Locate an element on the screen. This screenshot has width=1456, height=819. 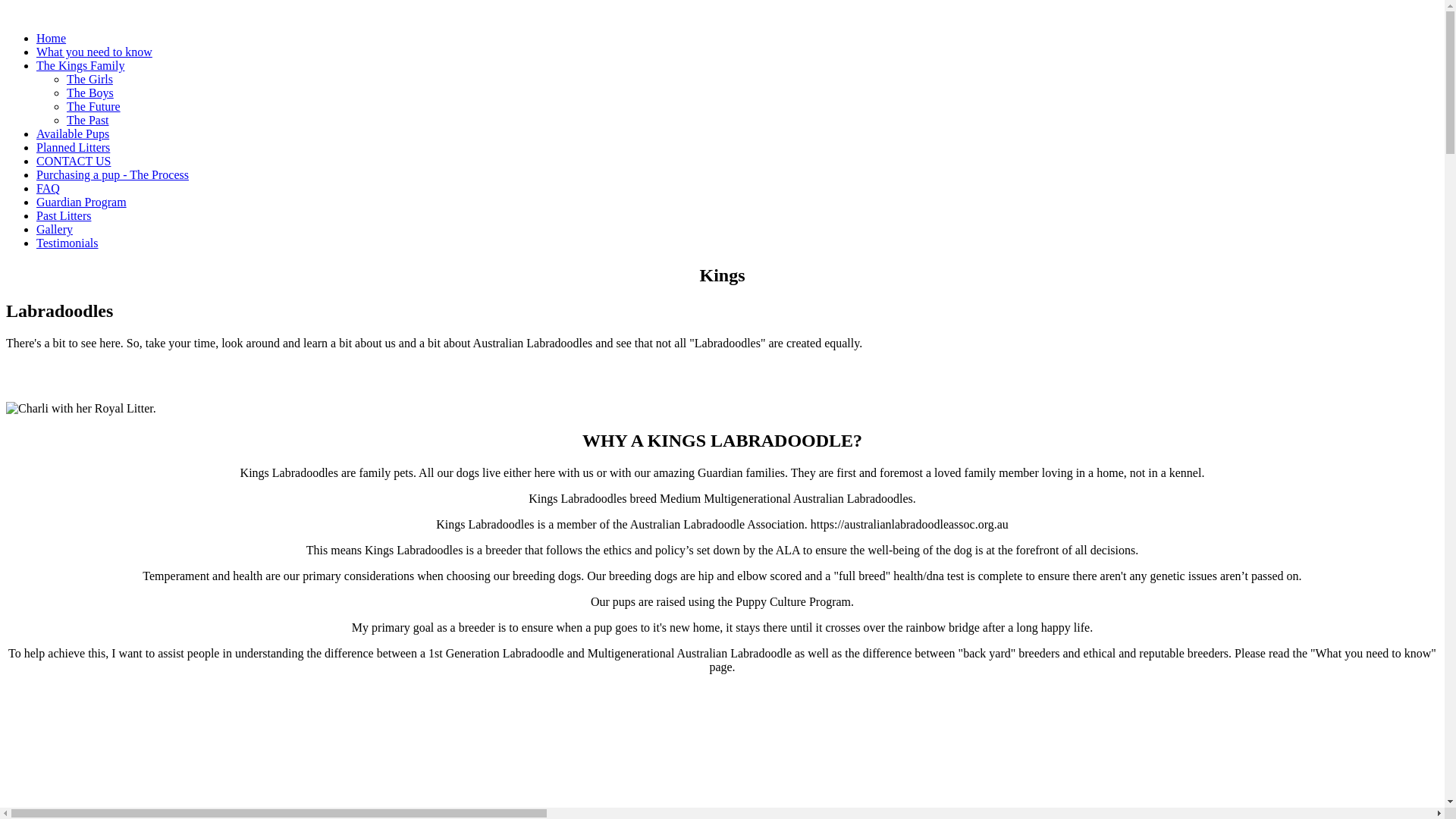
'The Boys' is located at coordinates (89, 93).